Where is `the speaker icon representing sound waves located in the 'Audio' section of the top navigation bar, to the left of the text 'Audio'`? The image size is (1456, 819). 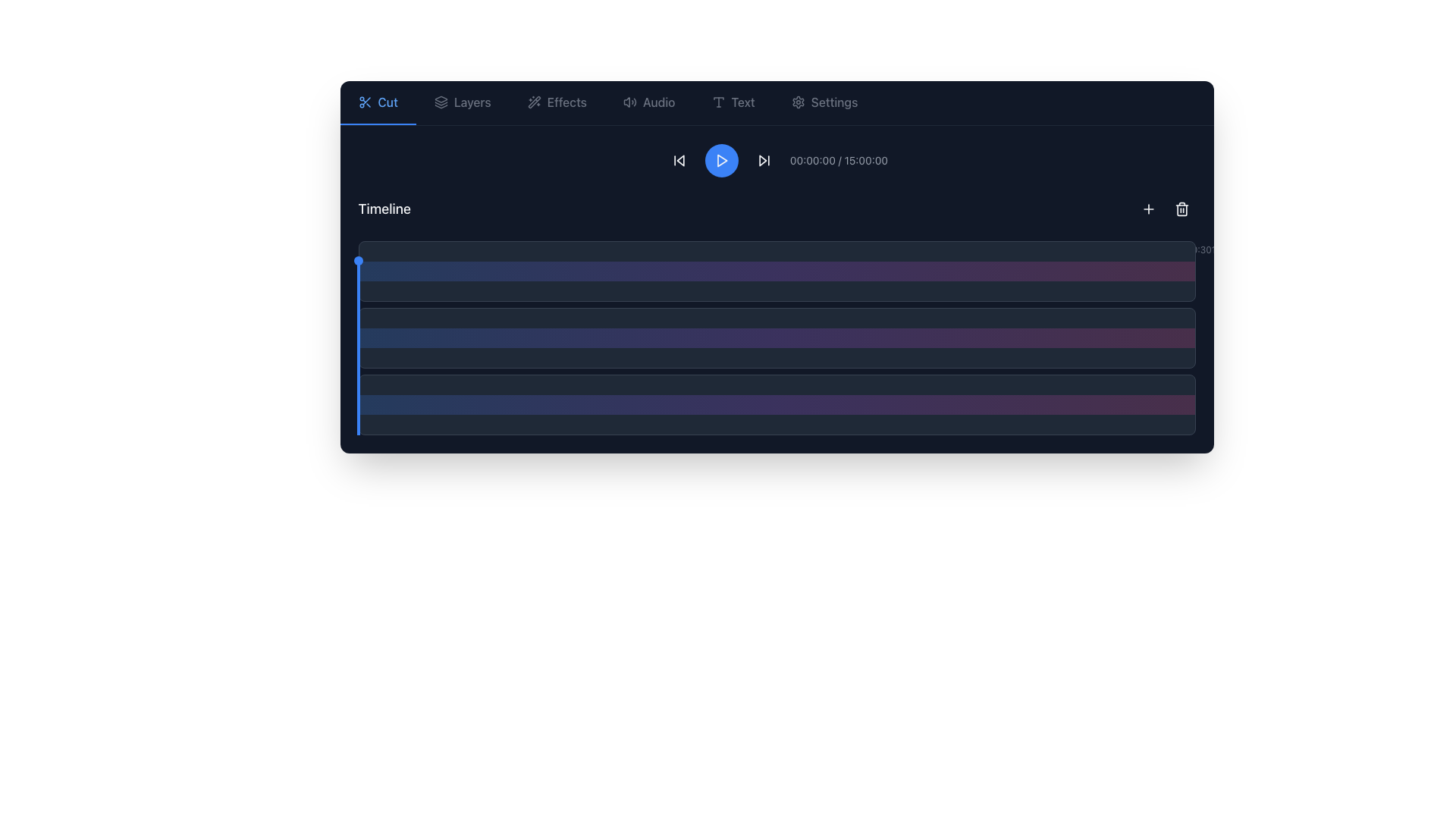
the speaker icon representing sound waves located in the 'Audio' section of the top navigation bar, to the left of the text 'Audio' is located at coordinates (629, 102).